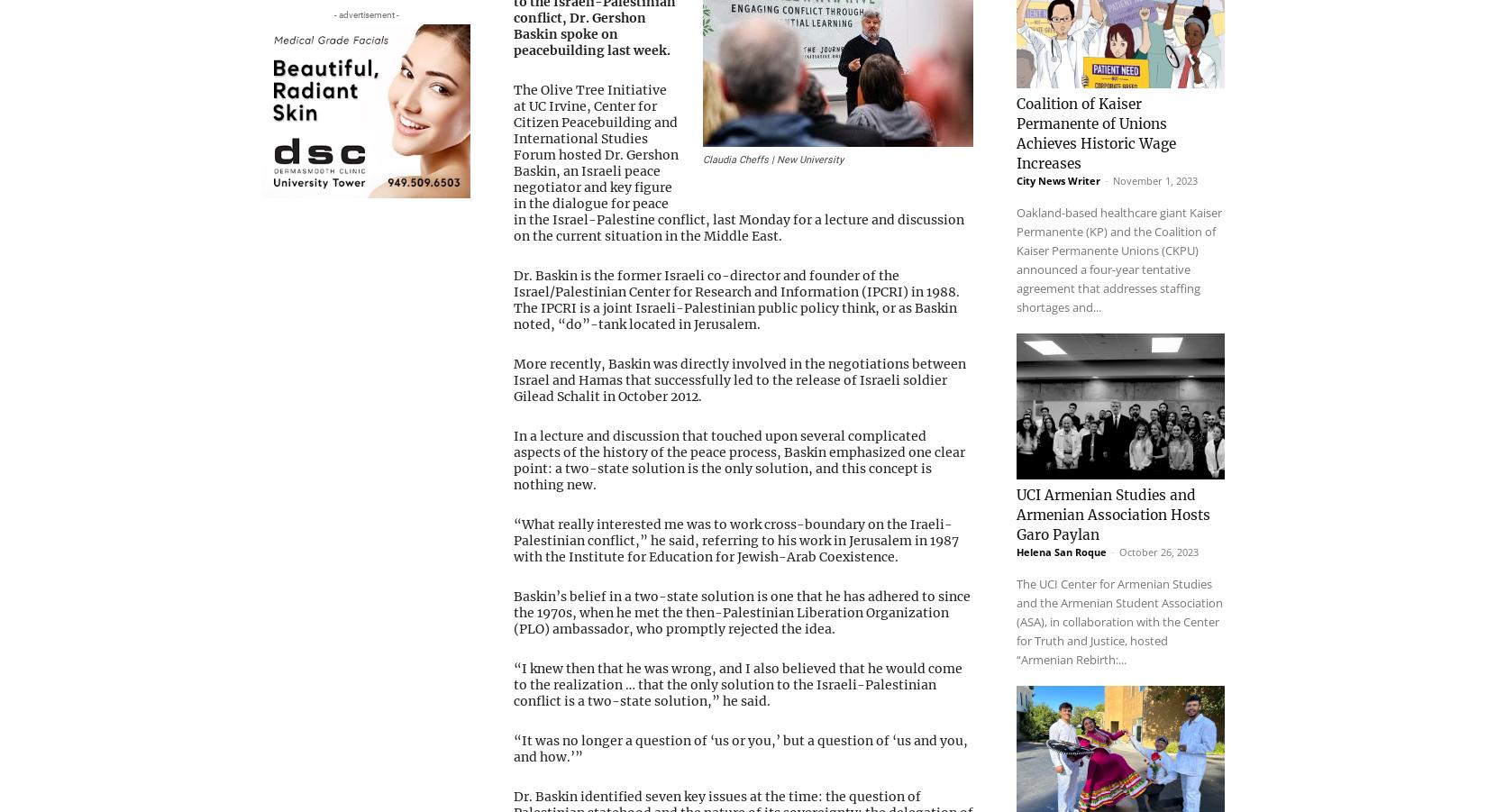  I want to click on 'November 1, 2023', so click(1154, 155).